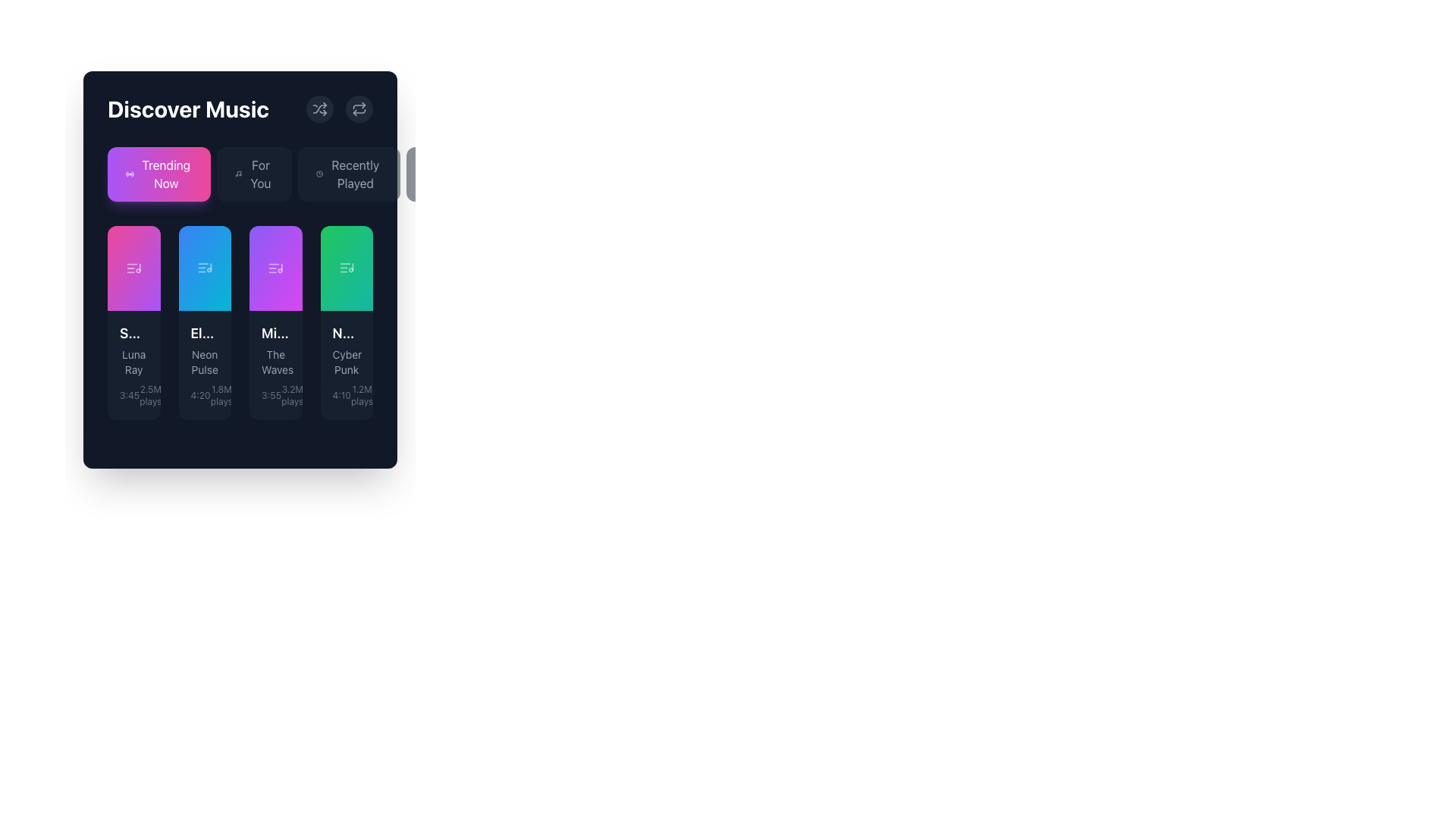 The height and width of the screenshot is (819, 1456). What do you see at coordinates (135, 268) in the screenshot?
I see `the triangular play icon with a thin stroke, which is white over a pink-to-magenta gradient background, located within the first song card labeled 'S... Luna Ray' in the 'Trending Now' section to initiate playback` at bounding box center [135, 268].